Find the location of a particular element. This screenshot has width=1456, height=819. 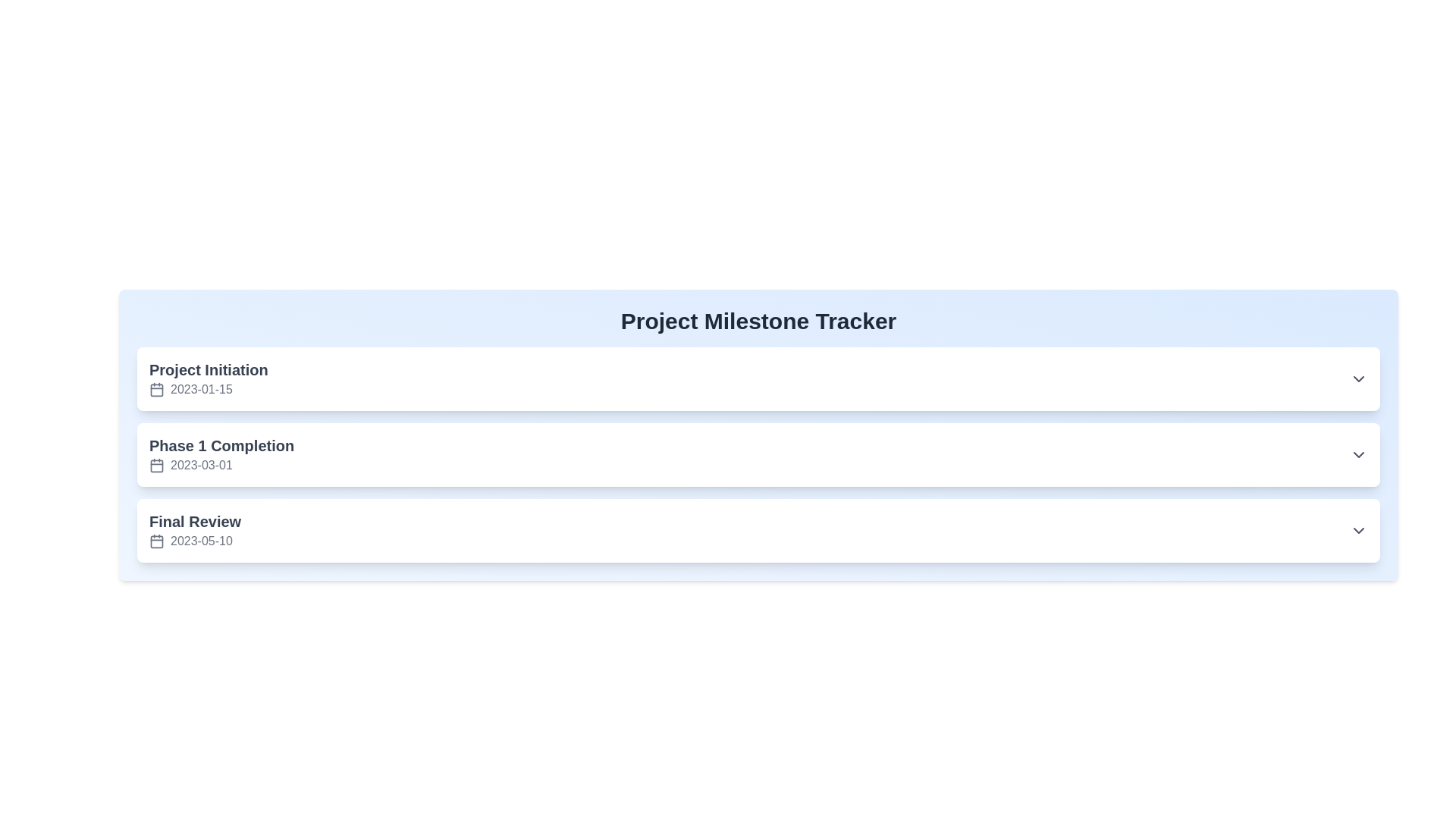

text displayed in the milestone title and its associated date, located in the text block with an icon positioned between 'Project Initiation' and 'Final Review' is located at coordinates (221, 454).